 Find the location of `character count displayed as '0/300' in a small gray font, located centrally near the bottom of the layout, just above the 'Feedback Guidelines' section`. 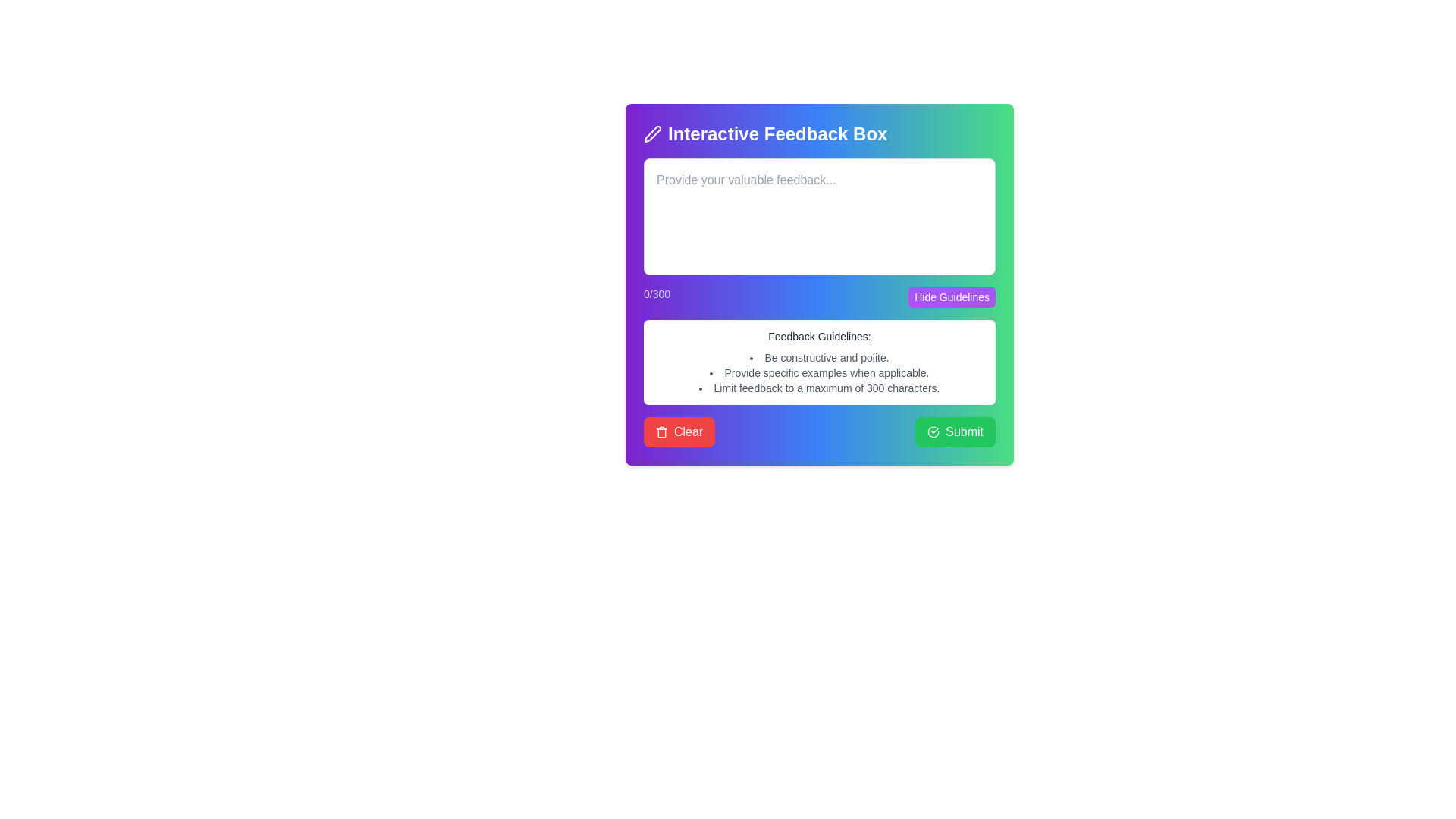

character count displayed as '0/300' in a small gray font, located centrally near the bottom of the layout, just above the 'Feedback Guidelines' section is located at coordinates (818, 297).